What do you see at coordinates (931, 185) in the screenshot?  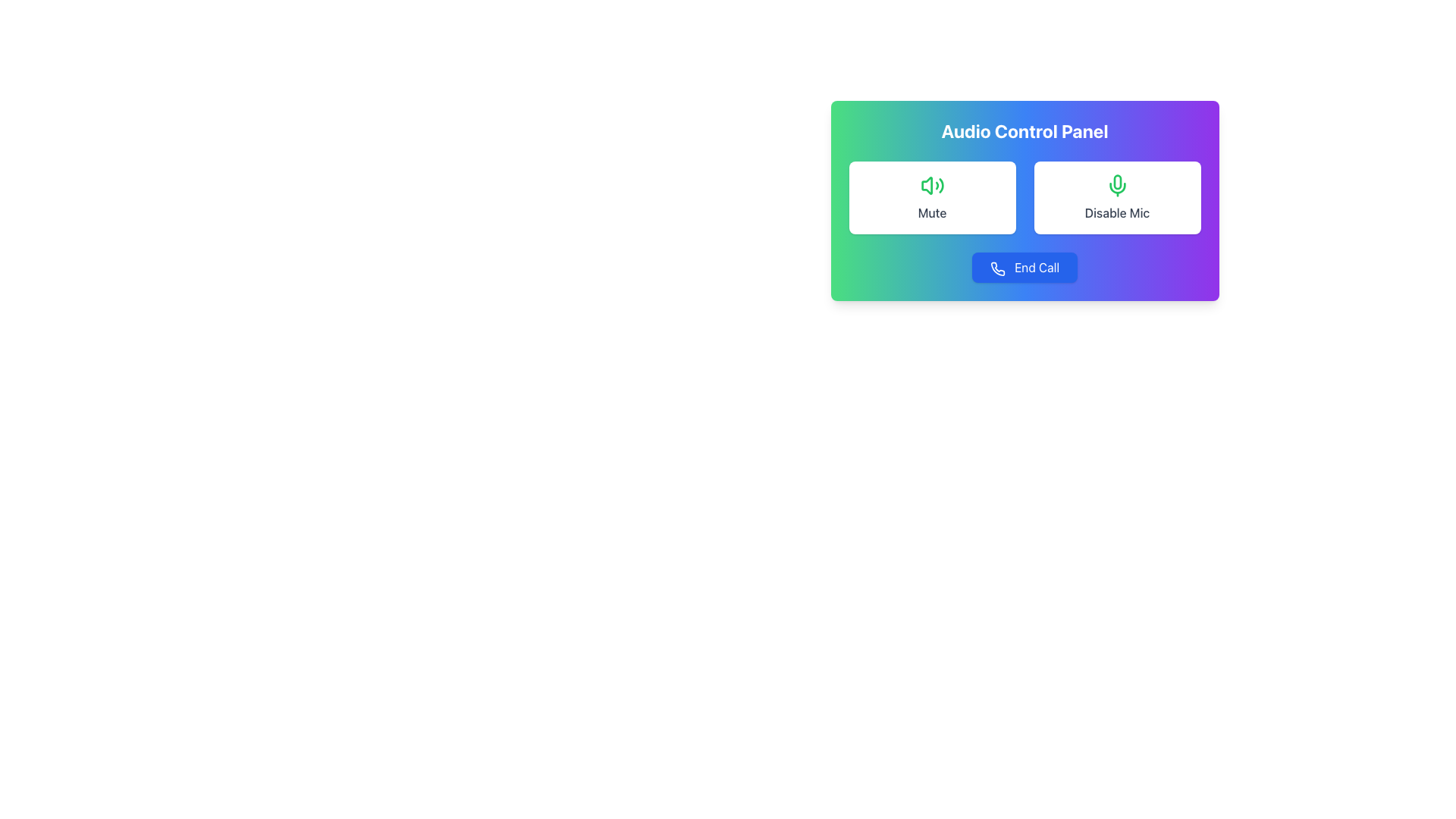 I see `the green sound volume icon located at the top-center of the 'Mute' card` at bounding box center [931, 185].